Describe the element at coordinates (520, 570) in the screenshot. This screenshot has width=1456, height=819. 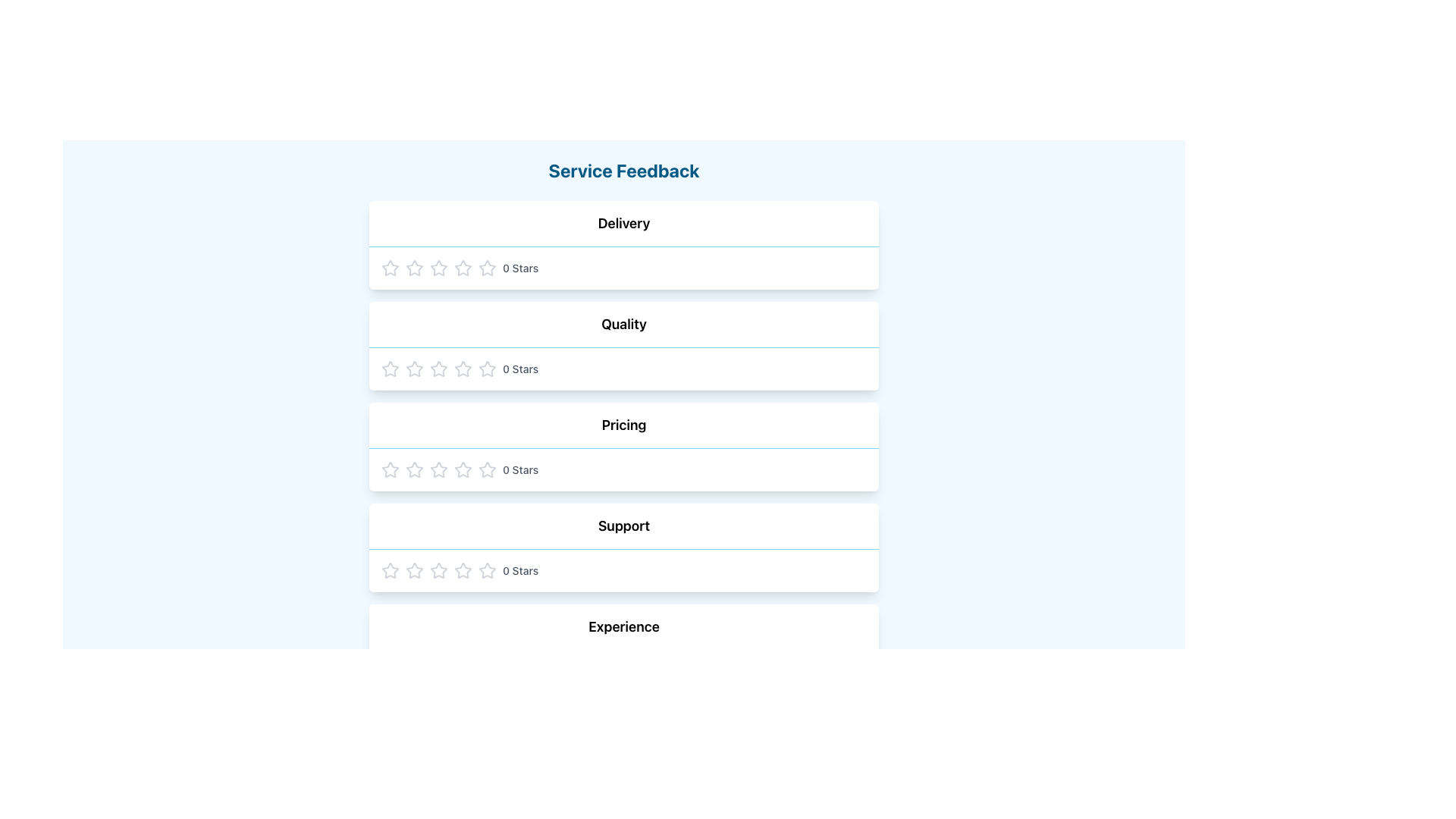
I see `the text label displaying '0 Stars', which is styled in medium-weight sans-serif font and located within the 'Support' section, aligned to the right of the star icons` at that location.